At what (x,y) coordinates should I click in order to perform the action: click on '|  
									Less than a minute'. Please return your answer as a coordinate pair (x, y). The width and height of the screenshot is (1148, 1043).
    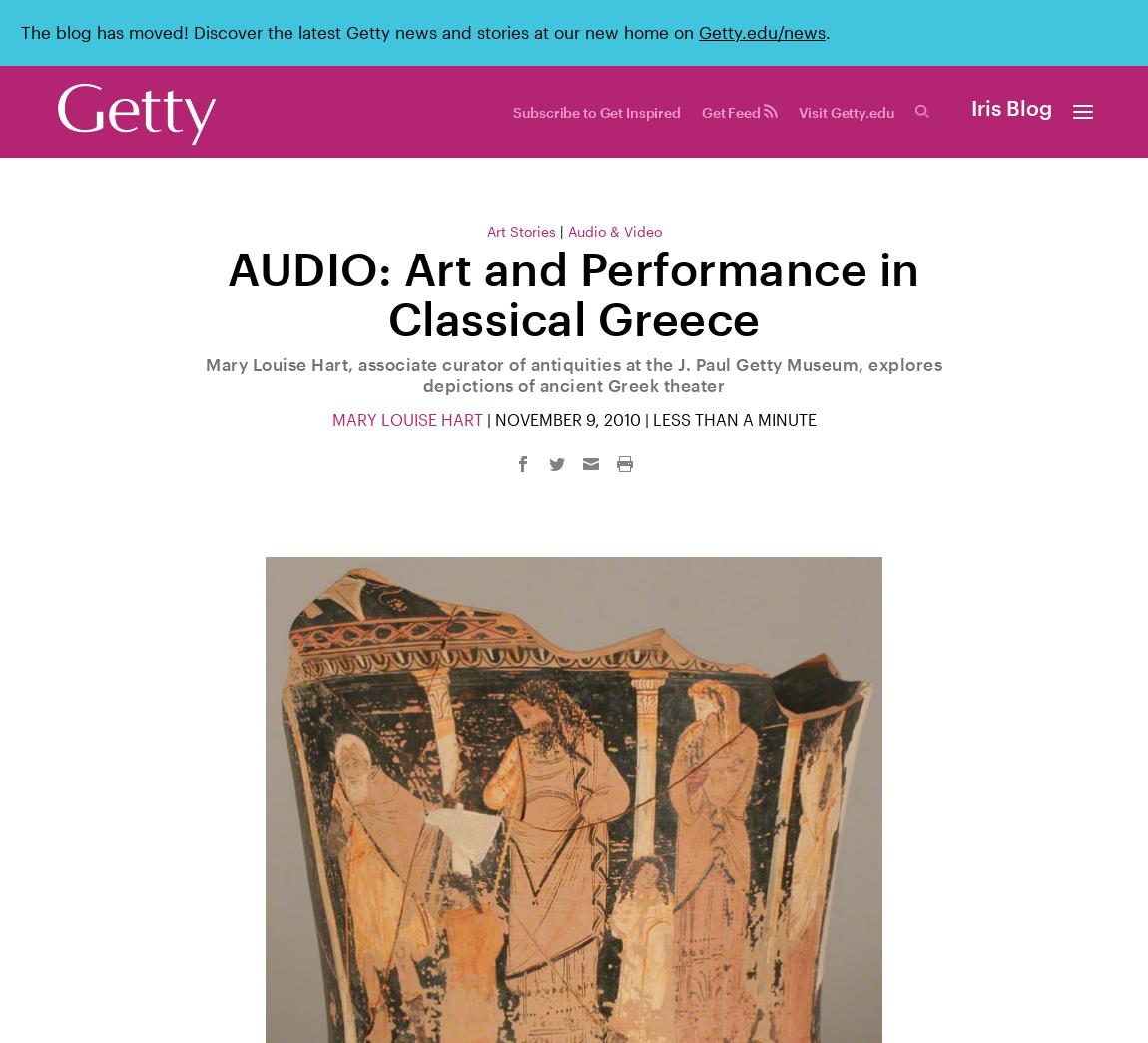
    Looking at the image, I should click on (726, 419).